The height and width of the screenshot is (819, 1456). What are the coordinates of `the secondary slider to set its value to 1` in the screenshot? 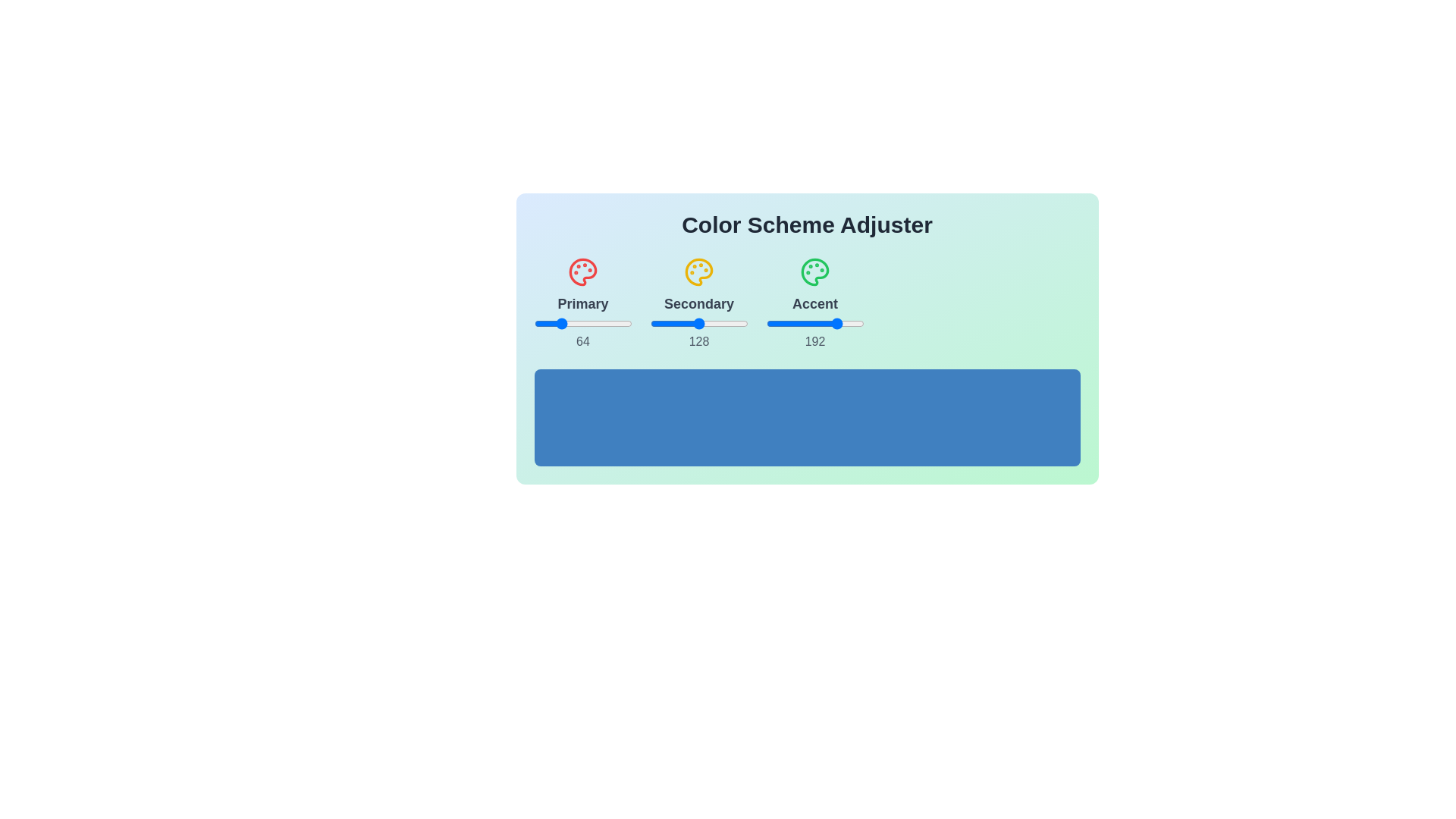 It's located at (651, 323).